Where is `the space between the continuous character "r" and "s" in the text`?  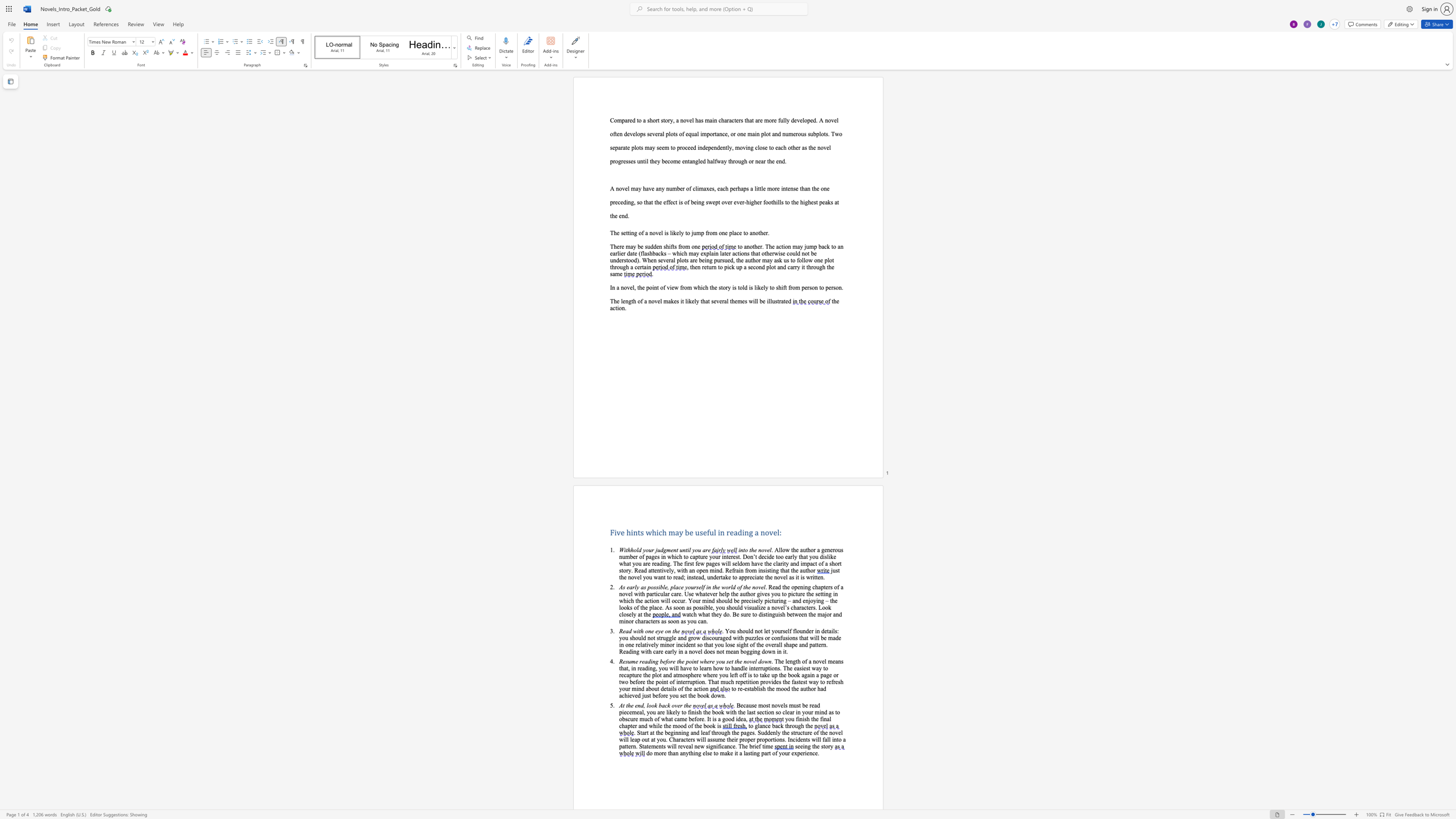 the space between the continuous character "r" and "s" in the text is located at coordinates (741, 120).